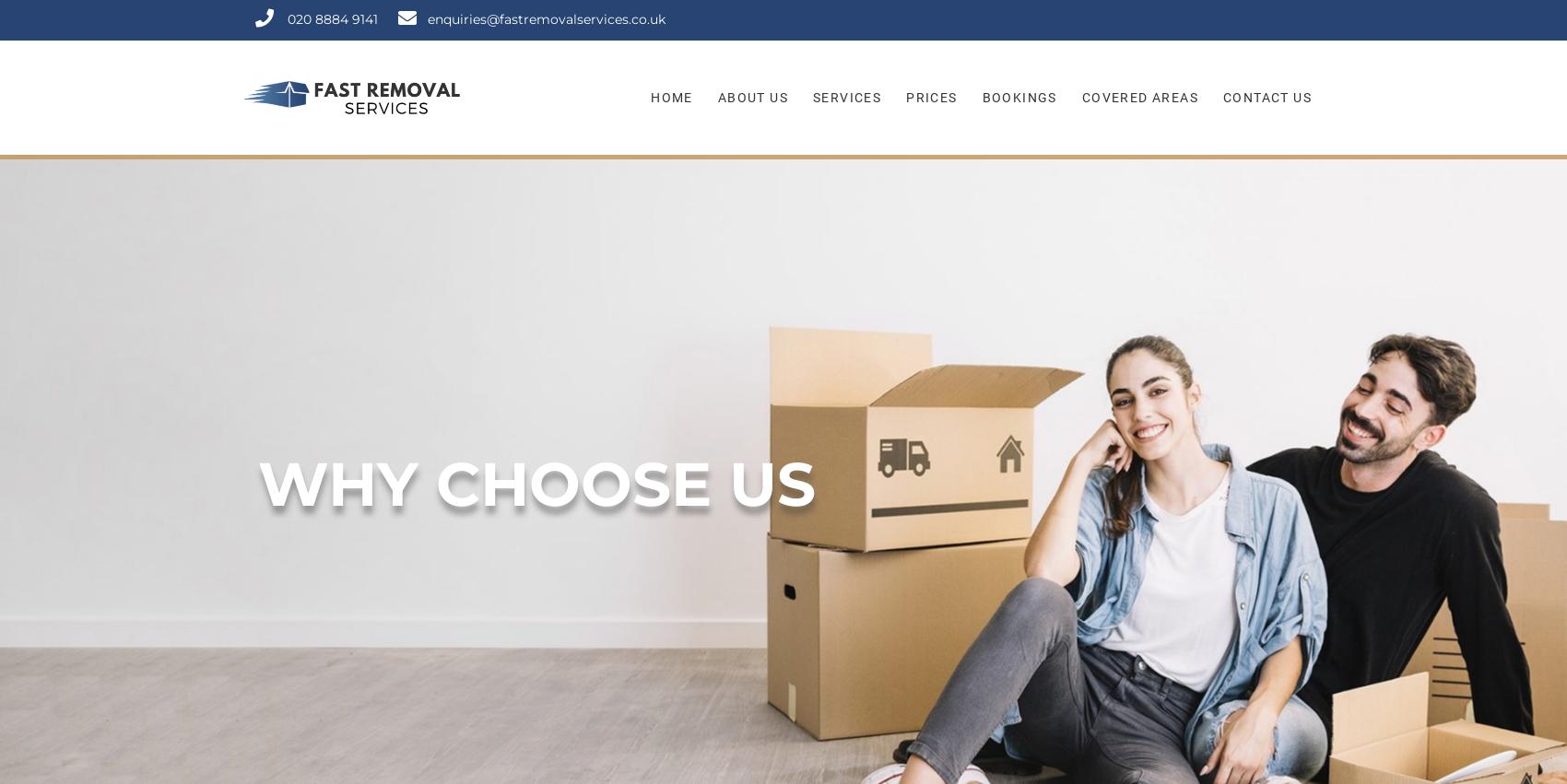  Describe the element at coordinates (846, 97) in the screenshot. I see `'Services'` at that location.